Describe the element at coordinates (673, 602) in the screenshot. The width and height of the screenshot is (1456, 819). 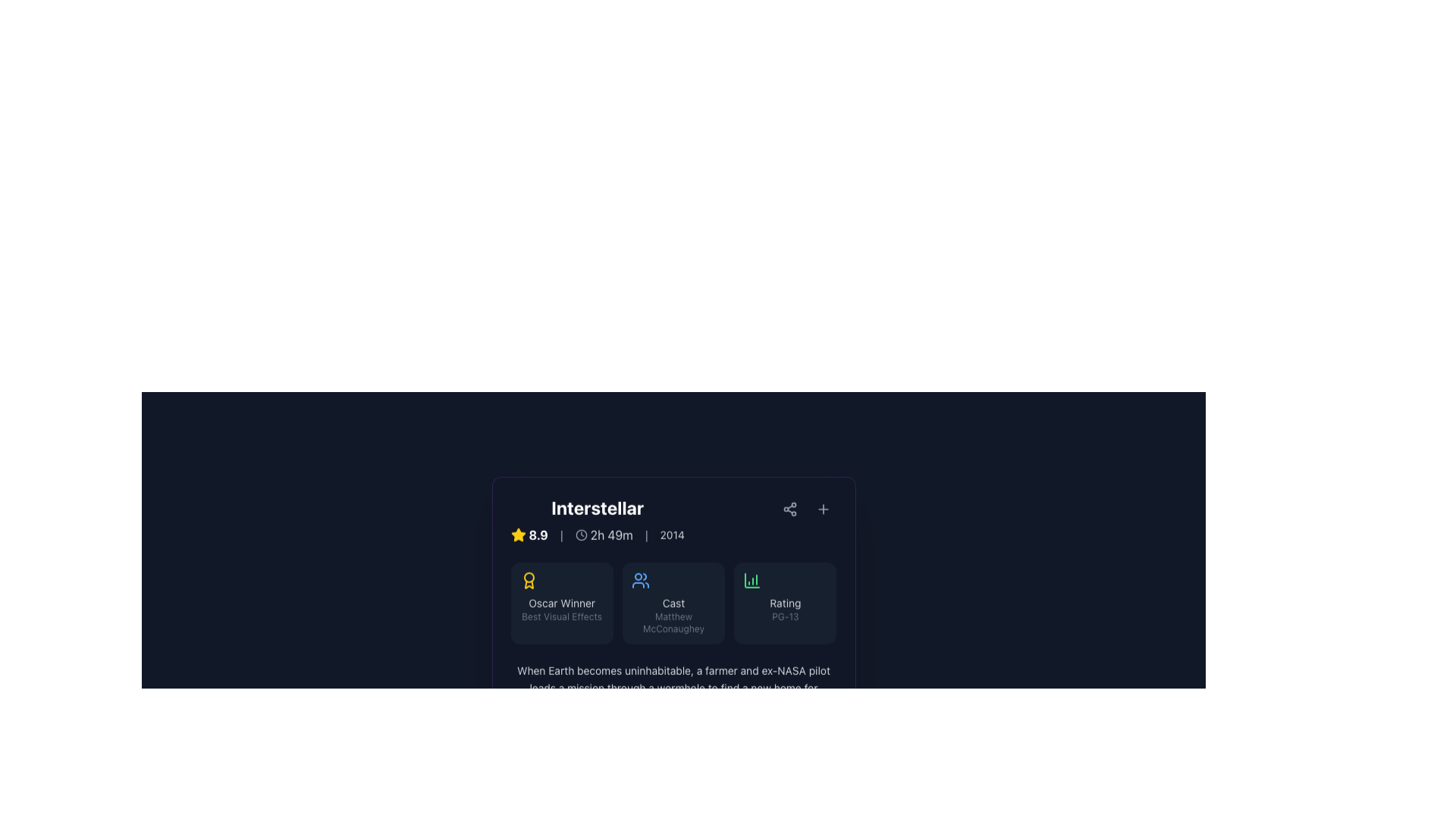
I see `the informational block that contains the 'Cast' label and user figures icon, positioned centrally between 'Oscar Winner' and 'Rating'` at that location.